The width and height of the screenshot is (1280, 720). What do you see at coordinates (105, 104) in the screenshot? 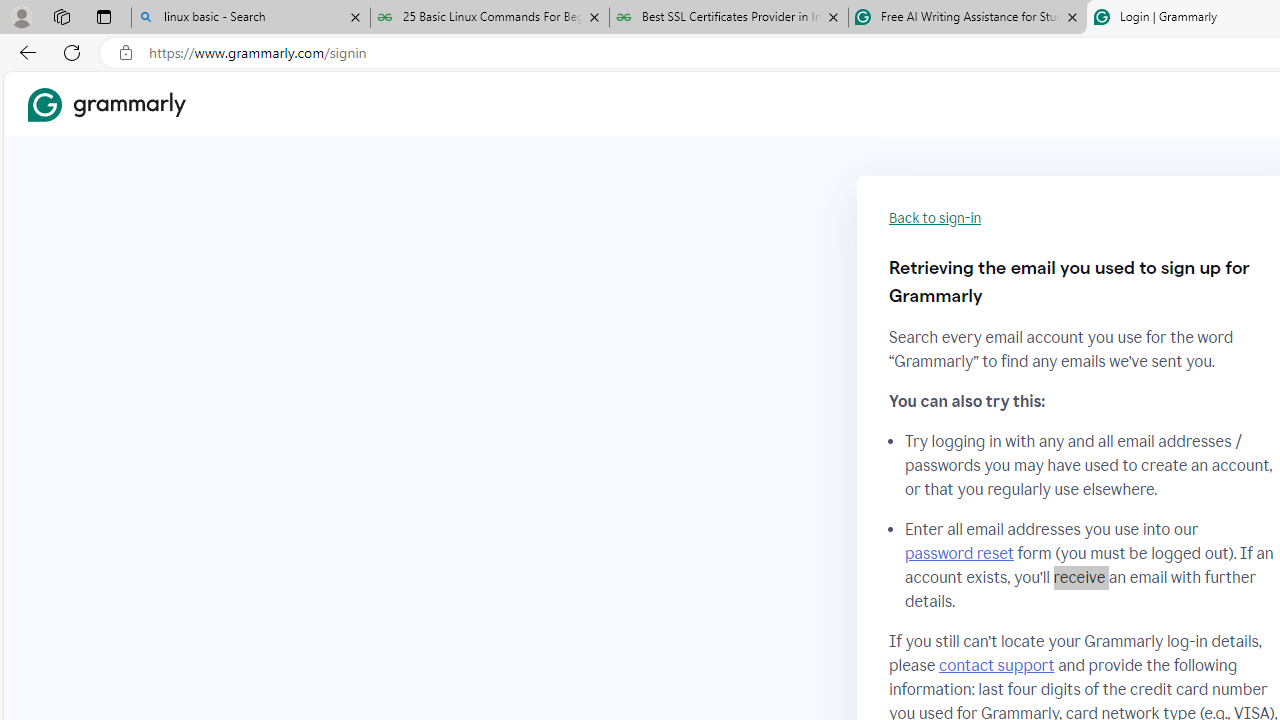
I see `'Grammarly Home'` at bounding box center [105, 104].